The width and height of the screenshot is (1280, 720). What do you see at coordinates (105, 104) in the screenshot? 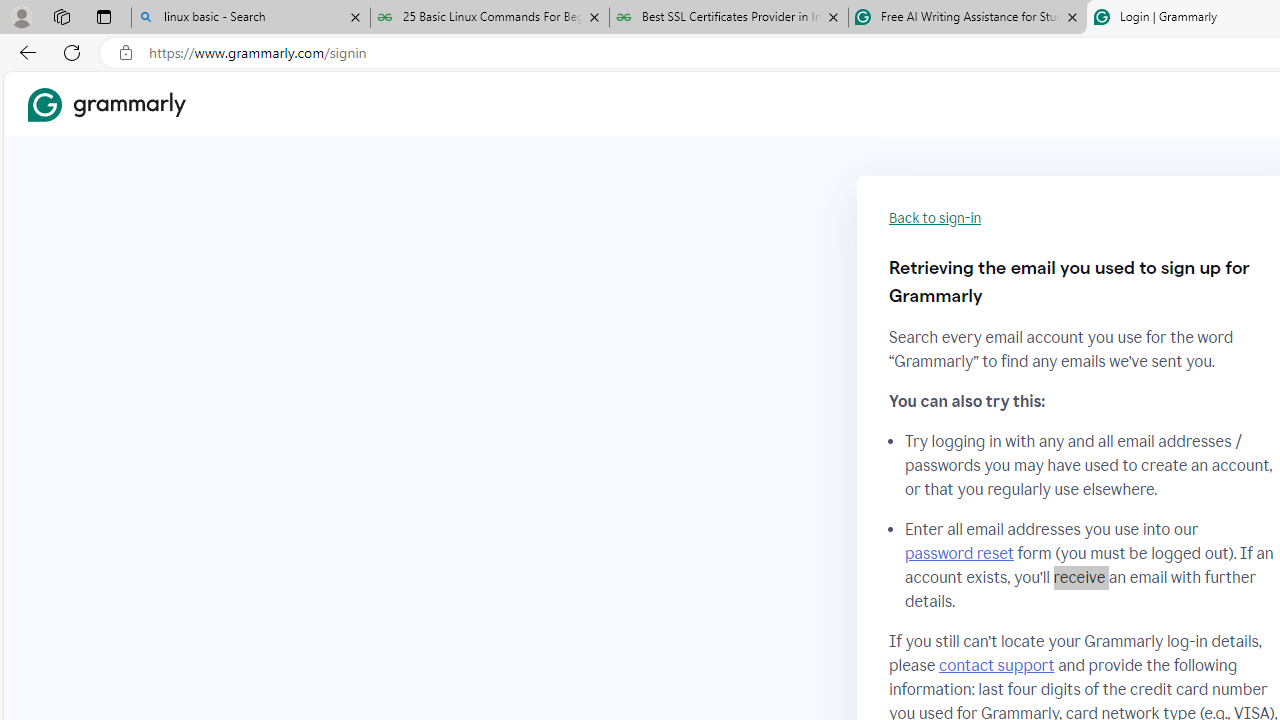
I see `'Grammarly Home'` at bounding box center [105, 104].